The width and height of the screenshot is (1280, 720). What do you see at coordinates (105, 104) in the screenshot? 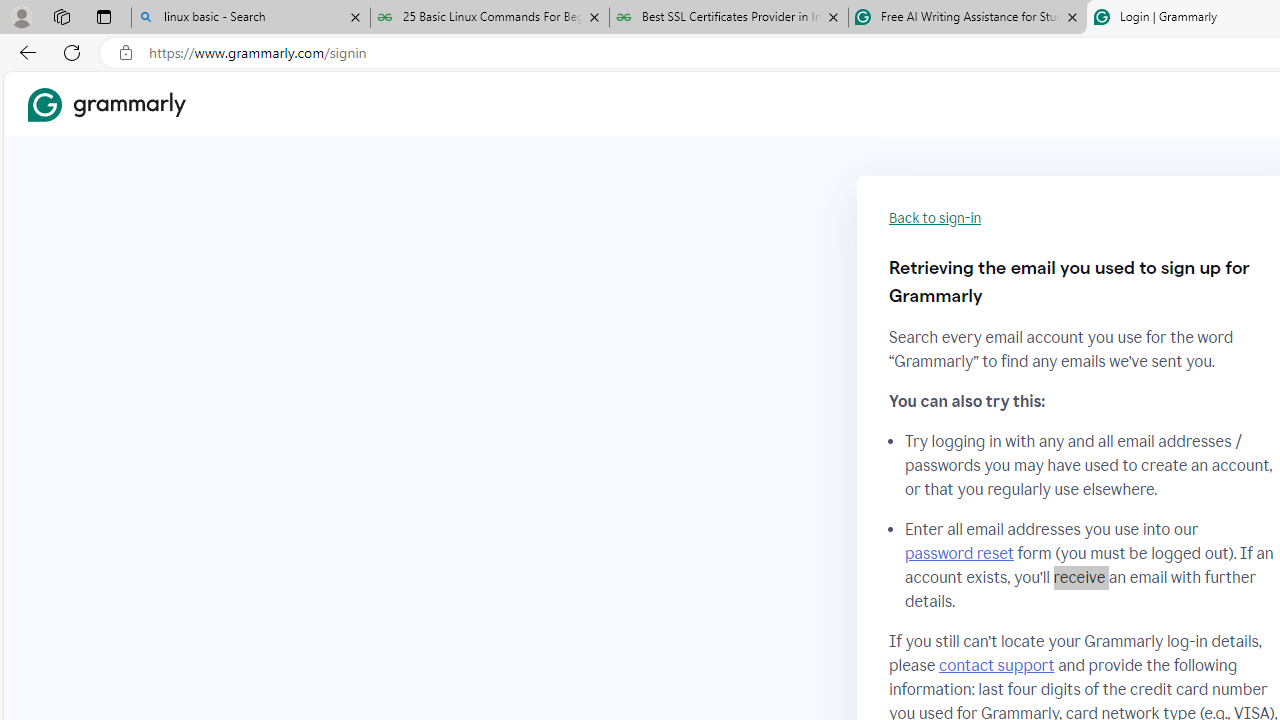
I see `'Grammarly Home'` at bounding box center [105, 104].